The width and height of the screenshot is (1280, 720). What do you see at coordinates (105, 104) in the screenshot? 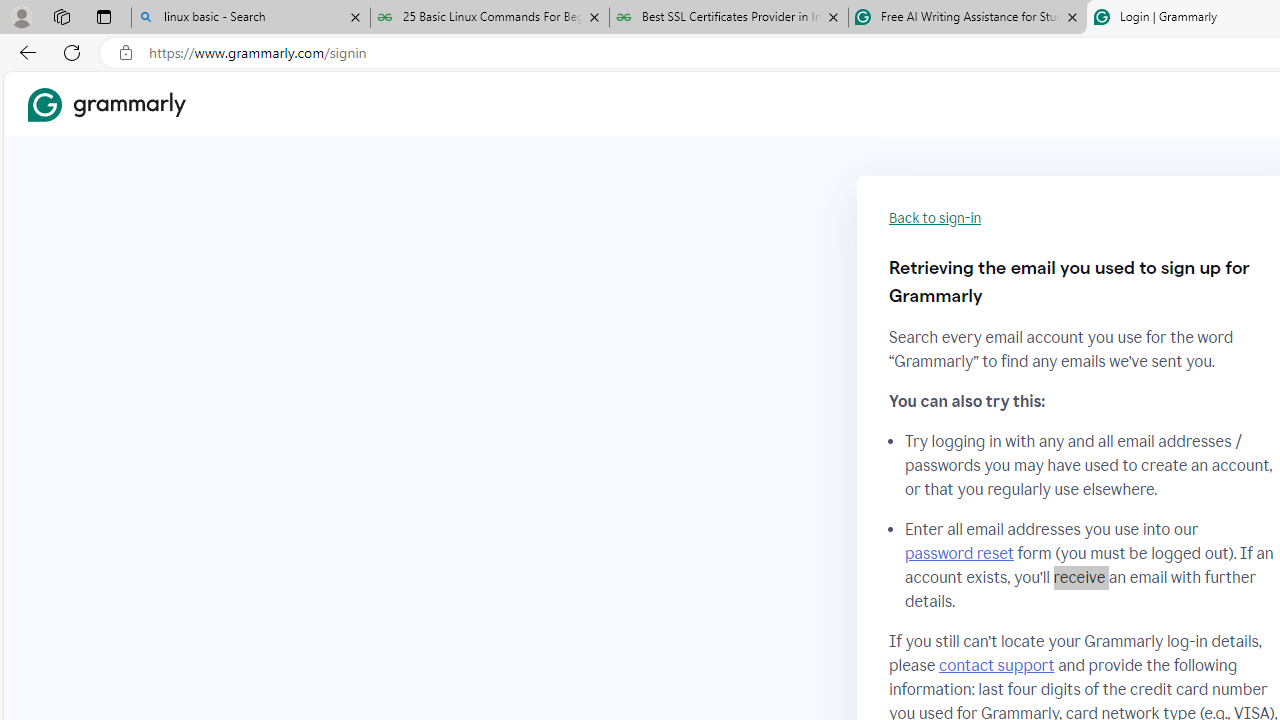
I see `'Grammarly Home'` at bounding box center [105, 104].